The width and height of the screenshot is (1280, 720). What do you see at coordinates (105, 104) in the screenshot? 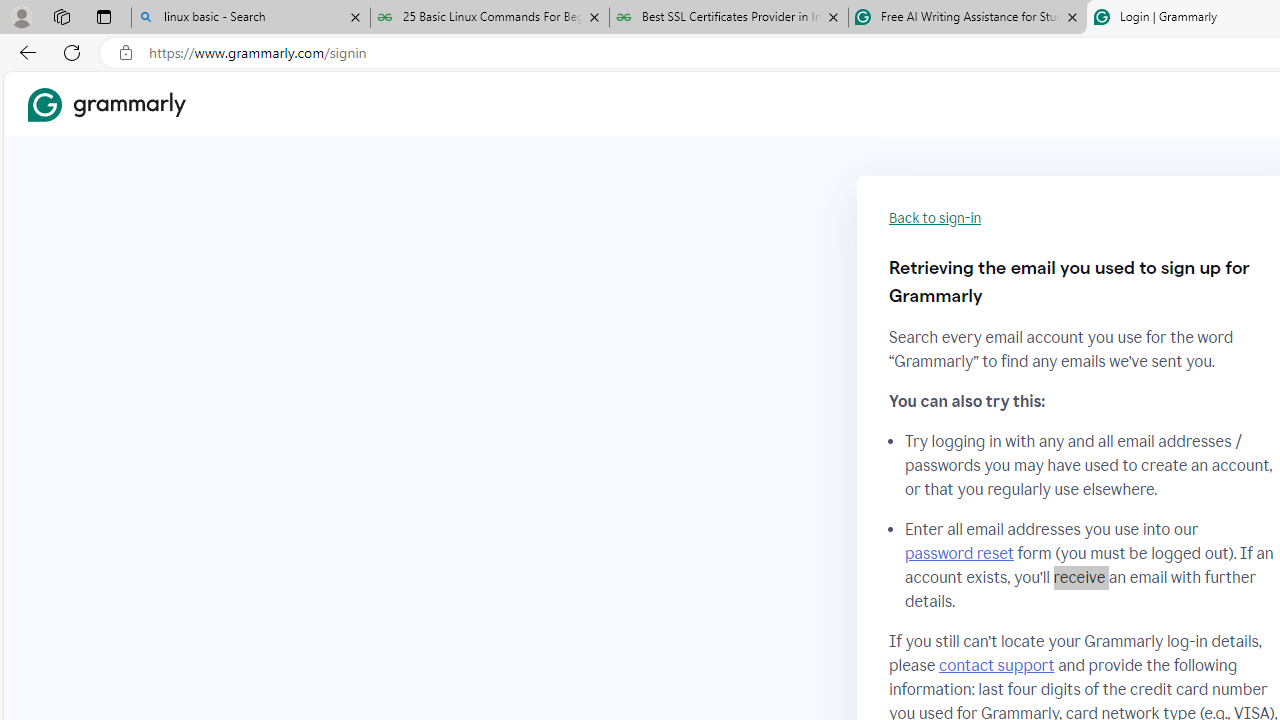
I see `'Grammarly Home'` at bounding box center [105, 104].